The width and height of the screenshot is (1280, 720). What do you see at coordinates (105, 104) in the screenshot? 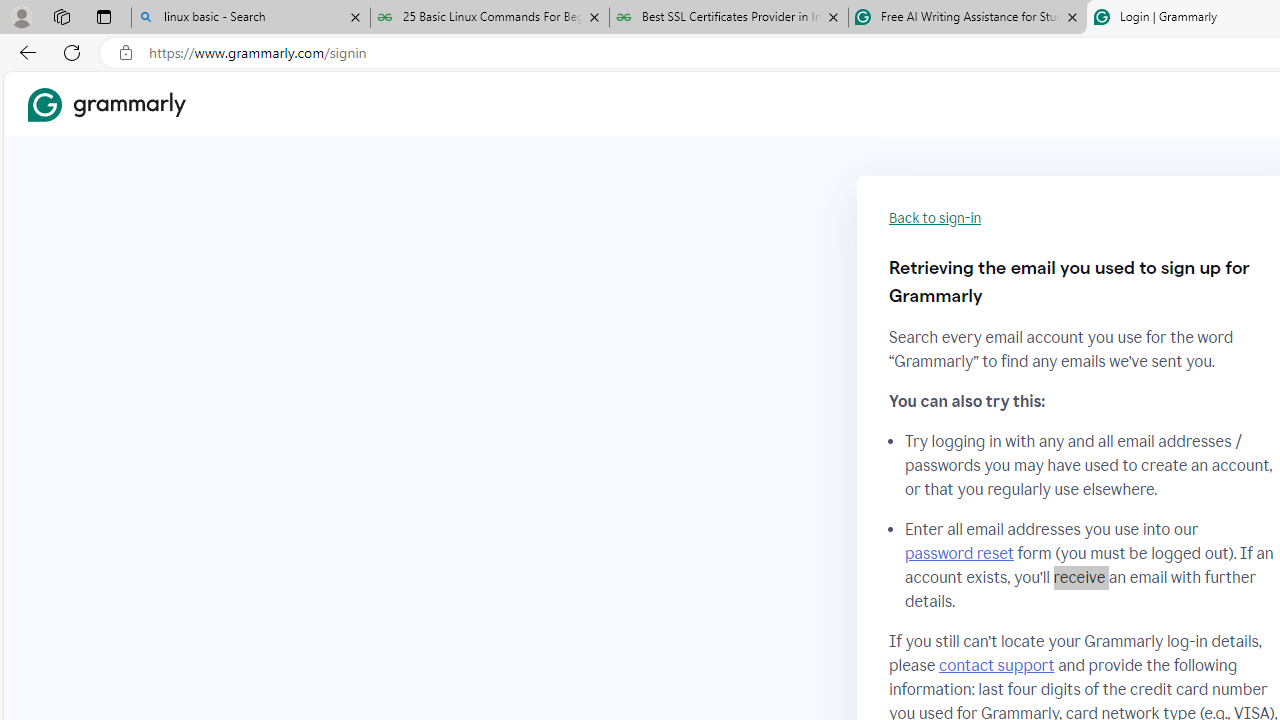
I see `'Grammarly Home'` at bounding box center [105, 104].